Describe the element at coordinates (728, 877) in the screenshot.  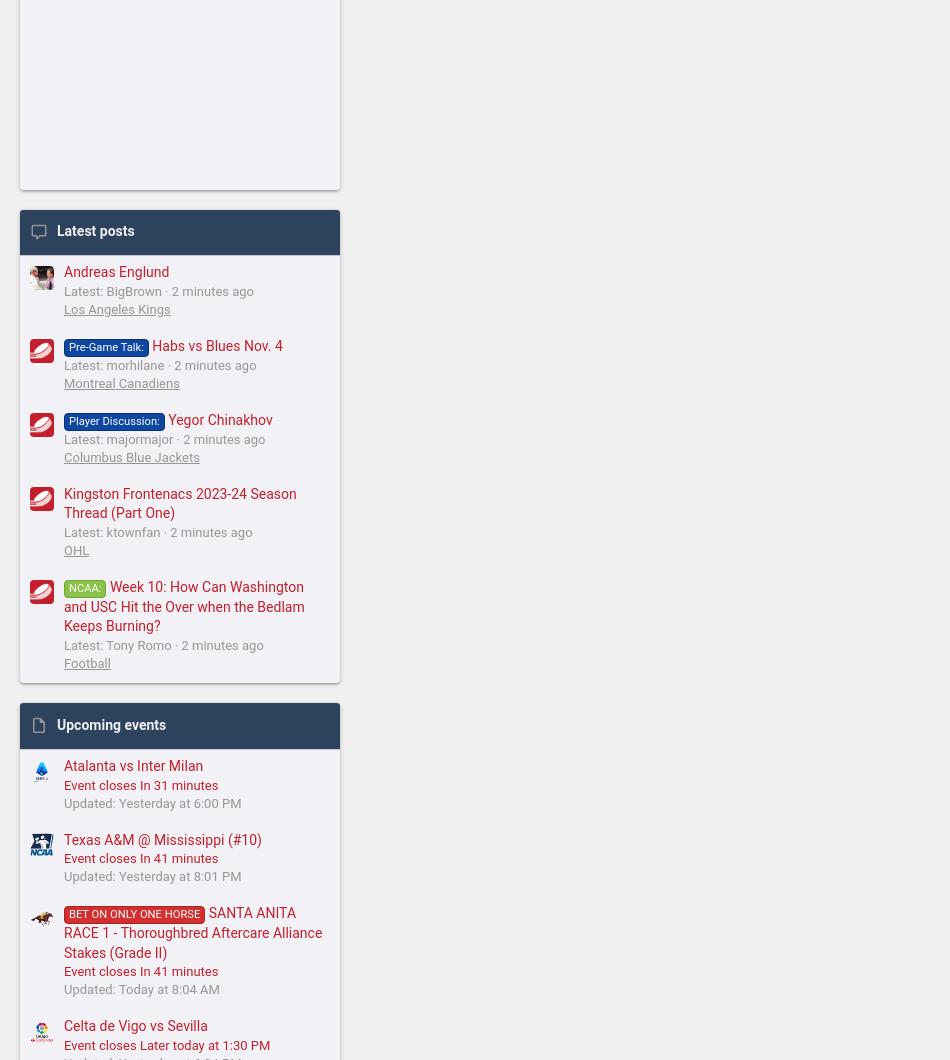
I see `'Privacy policy'` at that location.